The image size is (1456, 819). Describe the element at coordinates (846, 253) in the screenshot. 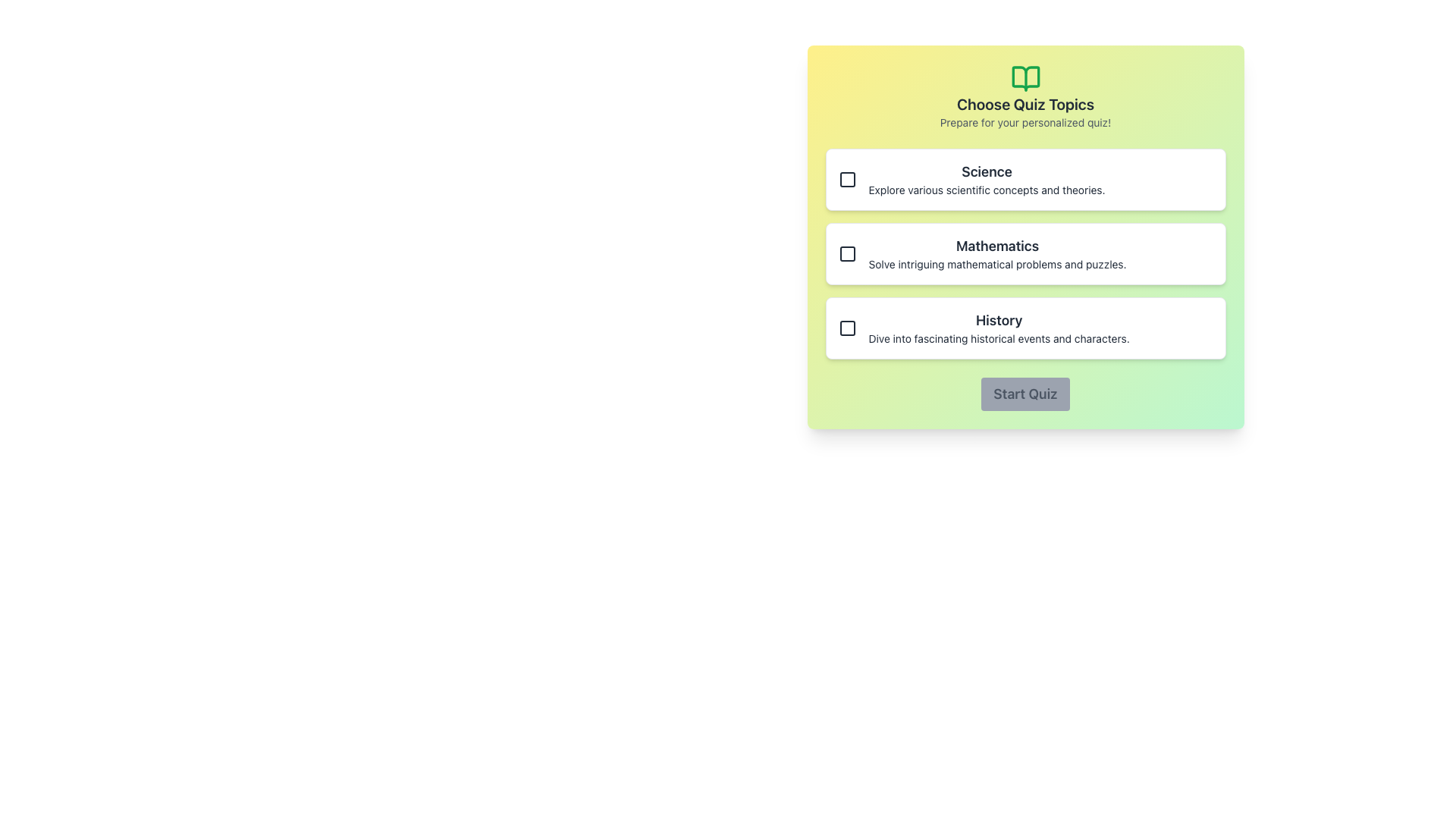

I see `the checkbox located` at that location.